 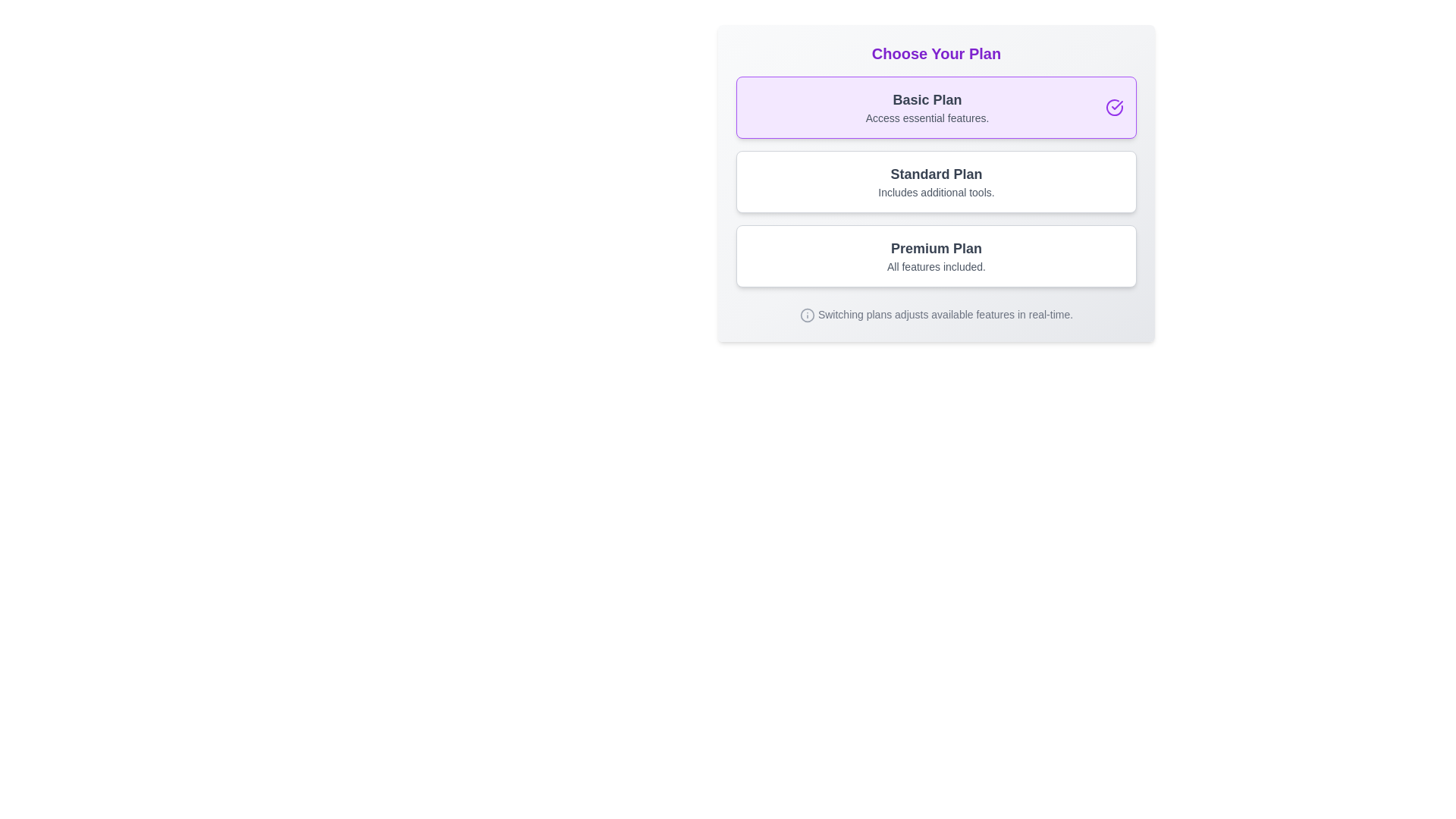 I want to click on the 'Standard Plan' card, which is a rectangular card with a white background, a thin gray border, and features the heading 'Standard Plan' in bold, positioned between 'Basic Plan' and 'Premium Plan' cards, so click(x=935, y=180).